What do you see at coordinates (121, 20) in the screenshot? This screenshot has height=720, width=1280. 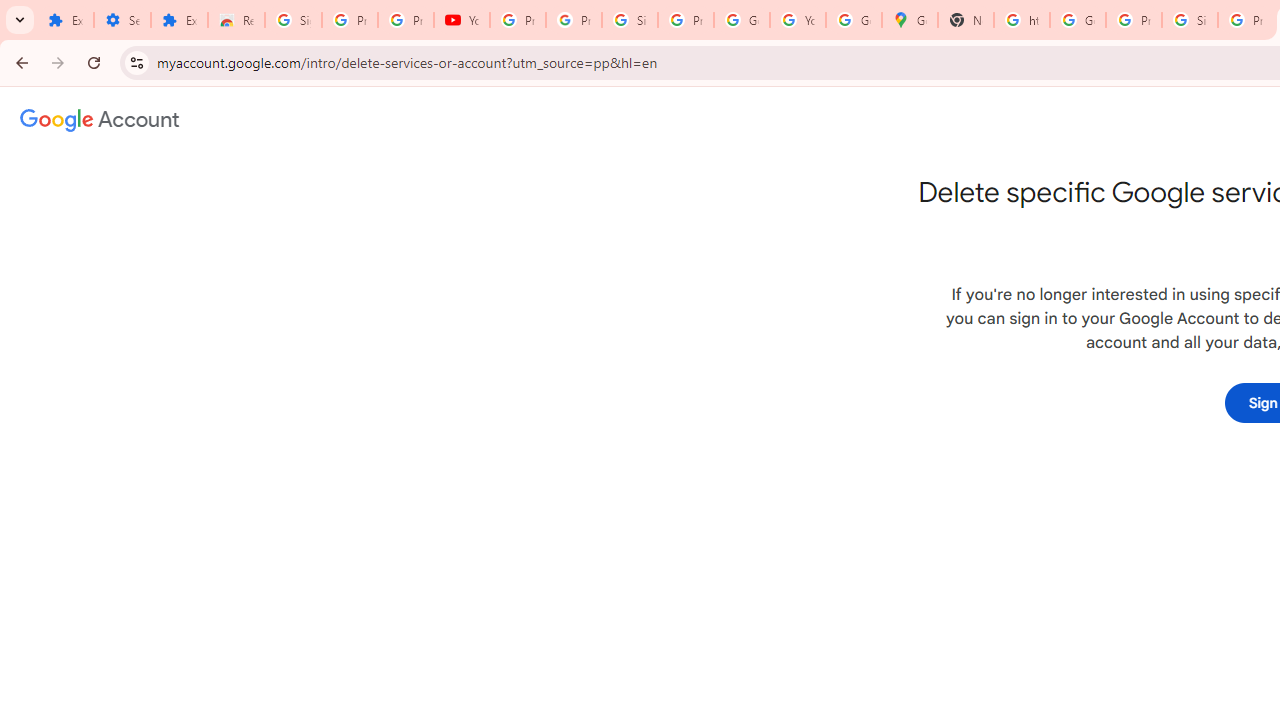 I see `'Settings'` at bounding box center [121, 20].